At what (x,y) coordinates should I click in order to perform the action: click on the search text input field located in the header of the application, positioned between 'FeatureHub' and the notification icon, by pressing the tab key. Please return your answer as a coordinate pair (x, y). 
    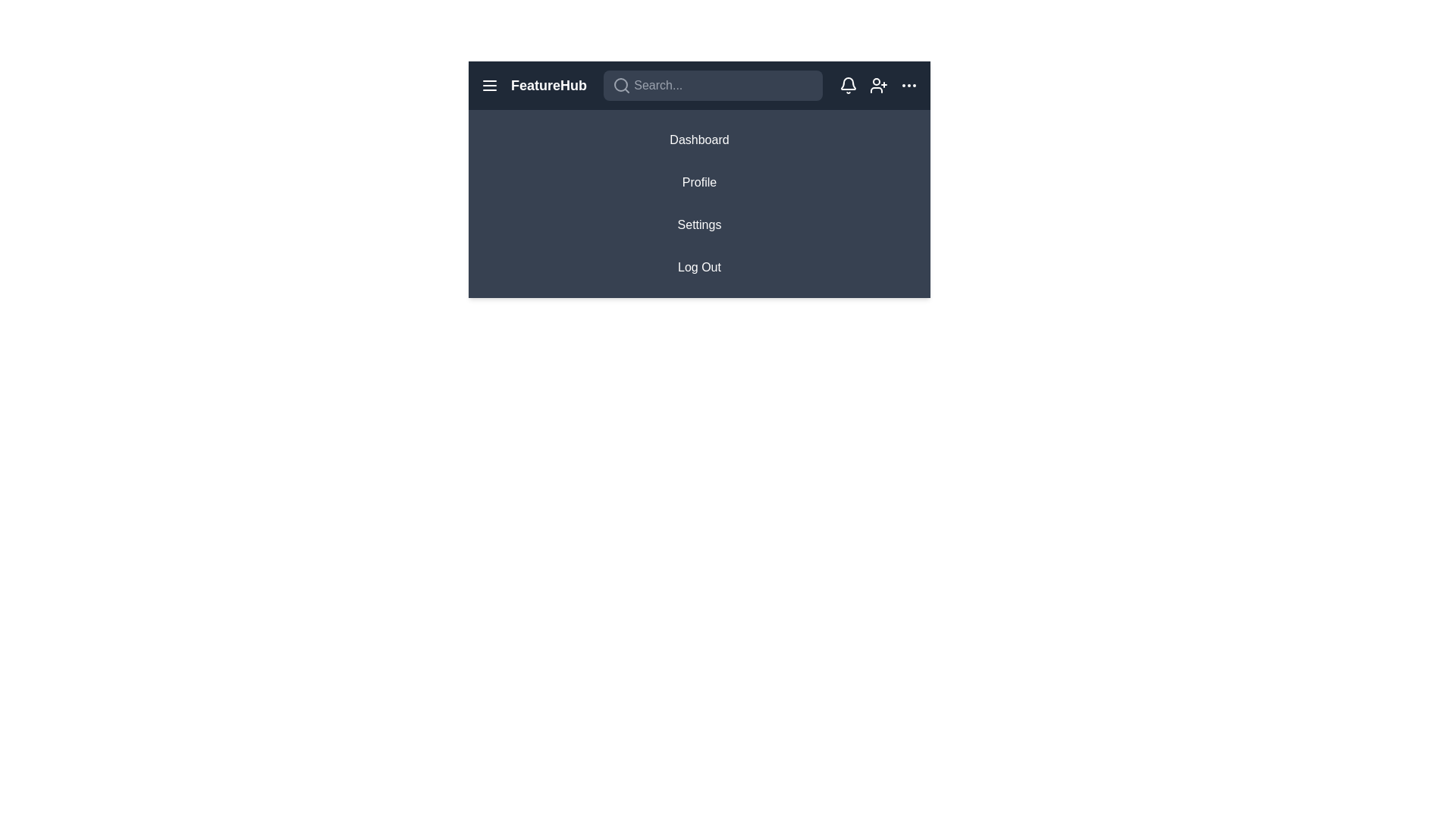
    Looking at the image, I should click on (712, 85).